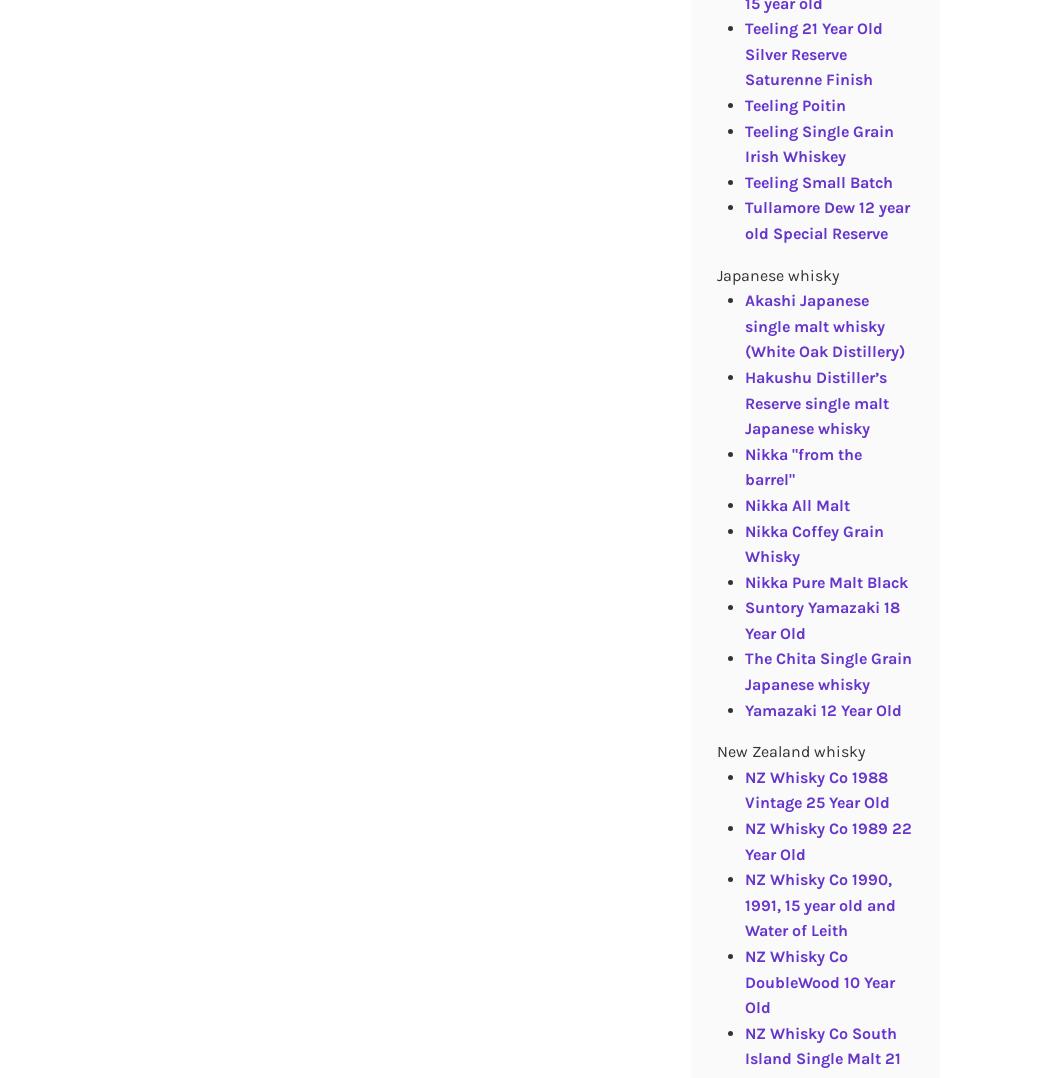  I want to click on 'NZ Whisky Co DoubleWood 10 Year Old', so click(818, 981).